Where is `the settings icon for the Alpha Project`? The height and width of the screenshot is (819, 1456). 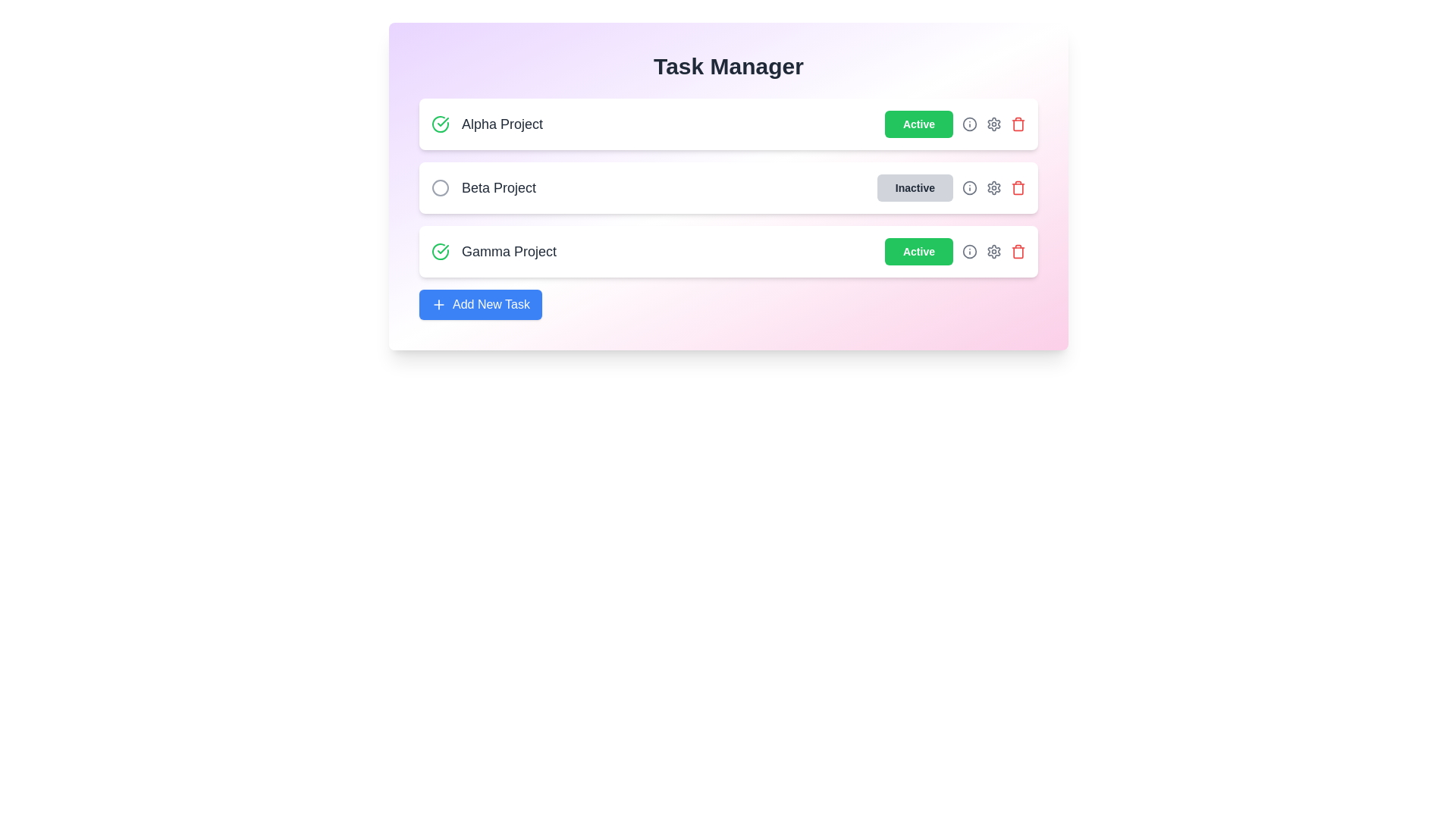
the settings icon for the Alpha Project is located at coordinates (993, 124).